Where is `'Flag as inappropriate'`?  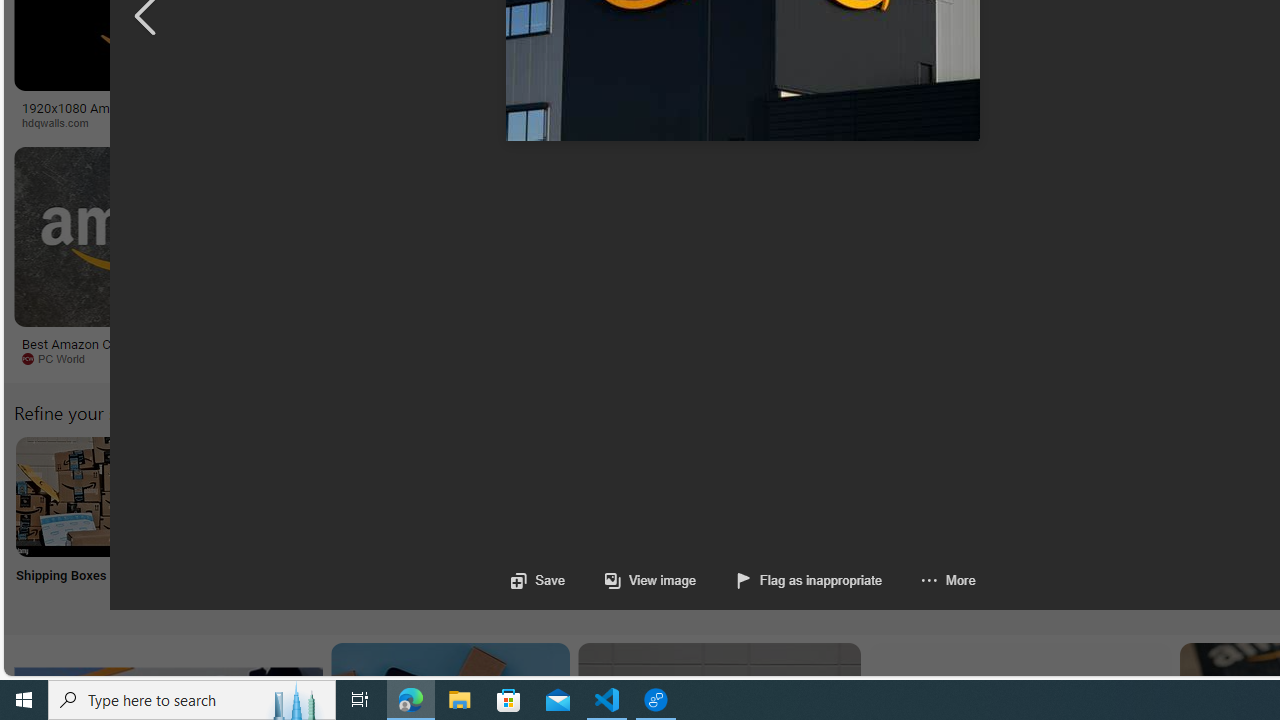
'Flag as inappropriate' is located at coordinates (809, 580).